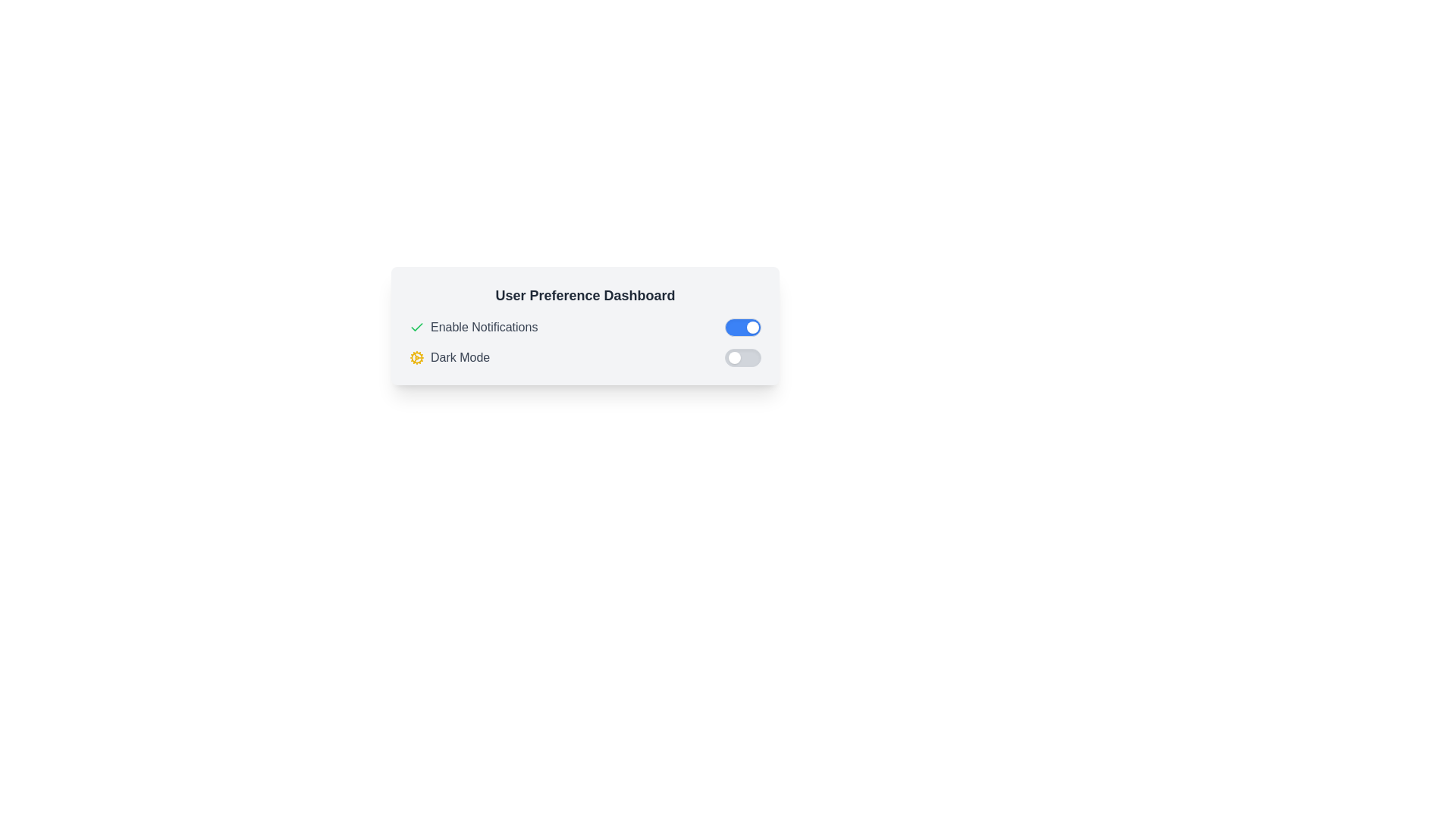 The width and height of the screenshot is (1456, 819). What do you see at coordinates (417, 357) in the screenshot?
I see `the circular yellow icon representing settings in the User Preference Dashboard, located at the top-right side of the card` at bounding box center [417, 357].